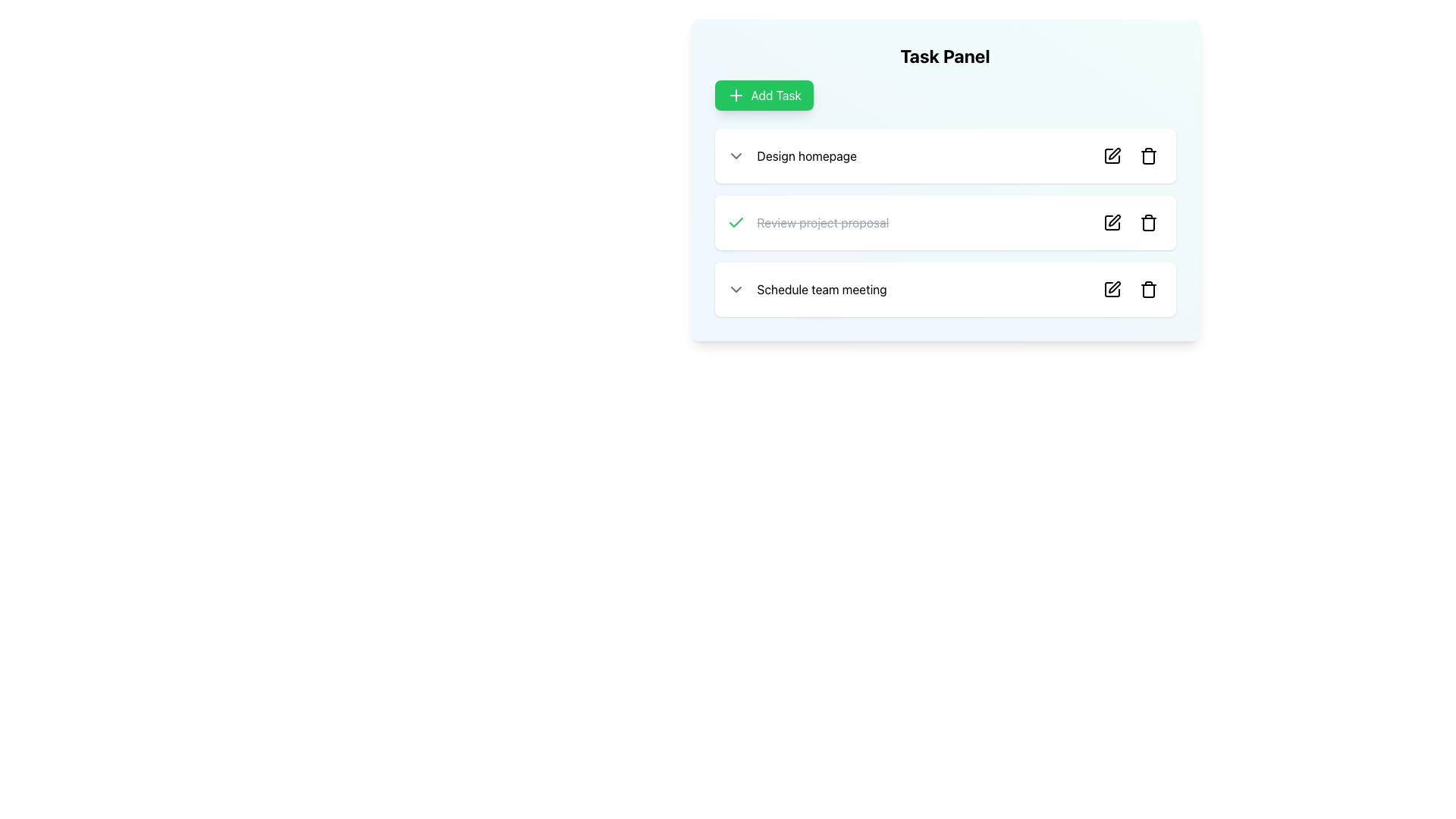 The height and width of the screenshot is (819, 1456). I want to click on the first task item card in the Task Panel interface, so click(944, 155).